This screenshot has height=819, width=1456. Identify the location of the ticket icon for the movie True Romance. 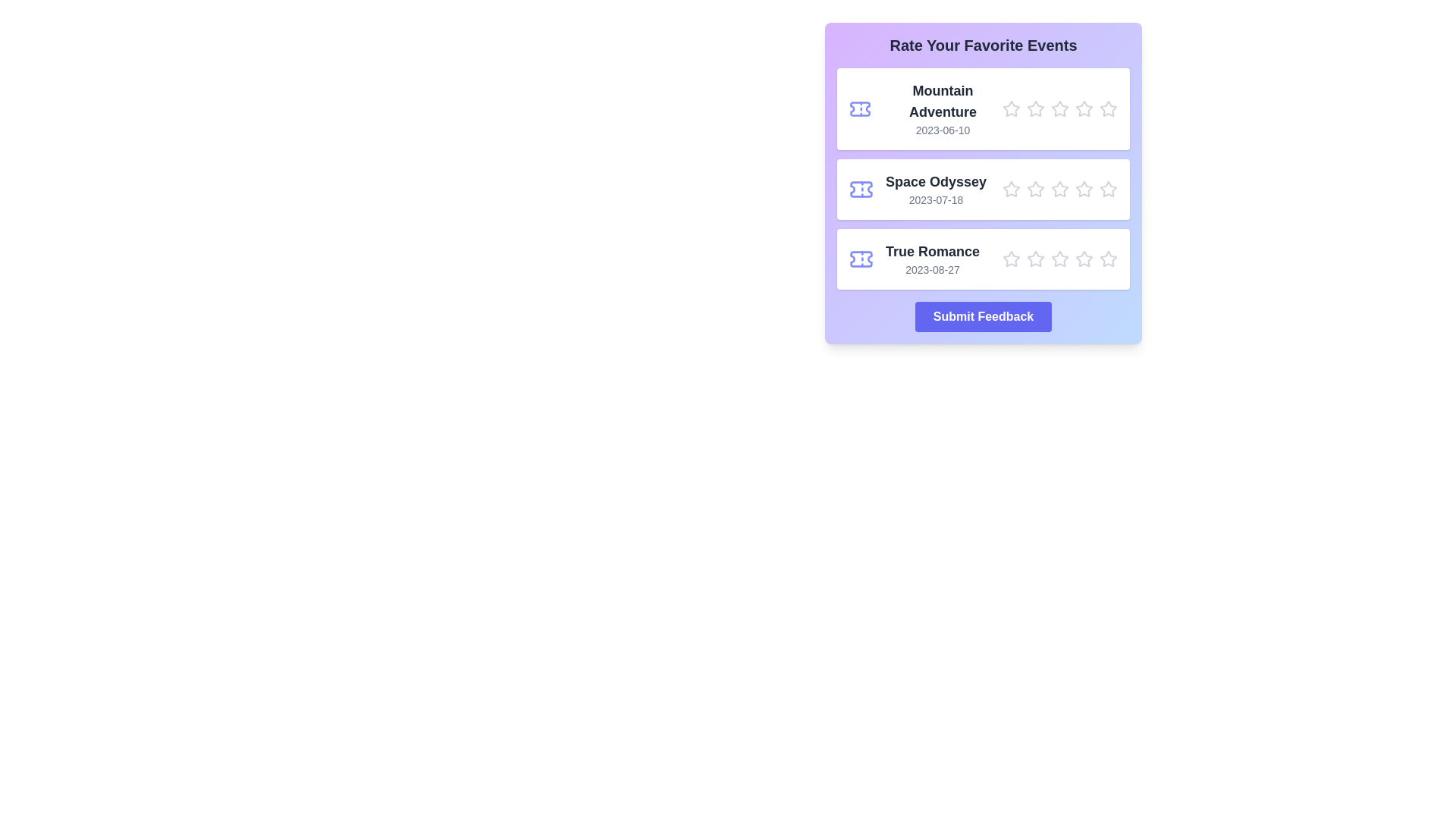
(861, 259).